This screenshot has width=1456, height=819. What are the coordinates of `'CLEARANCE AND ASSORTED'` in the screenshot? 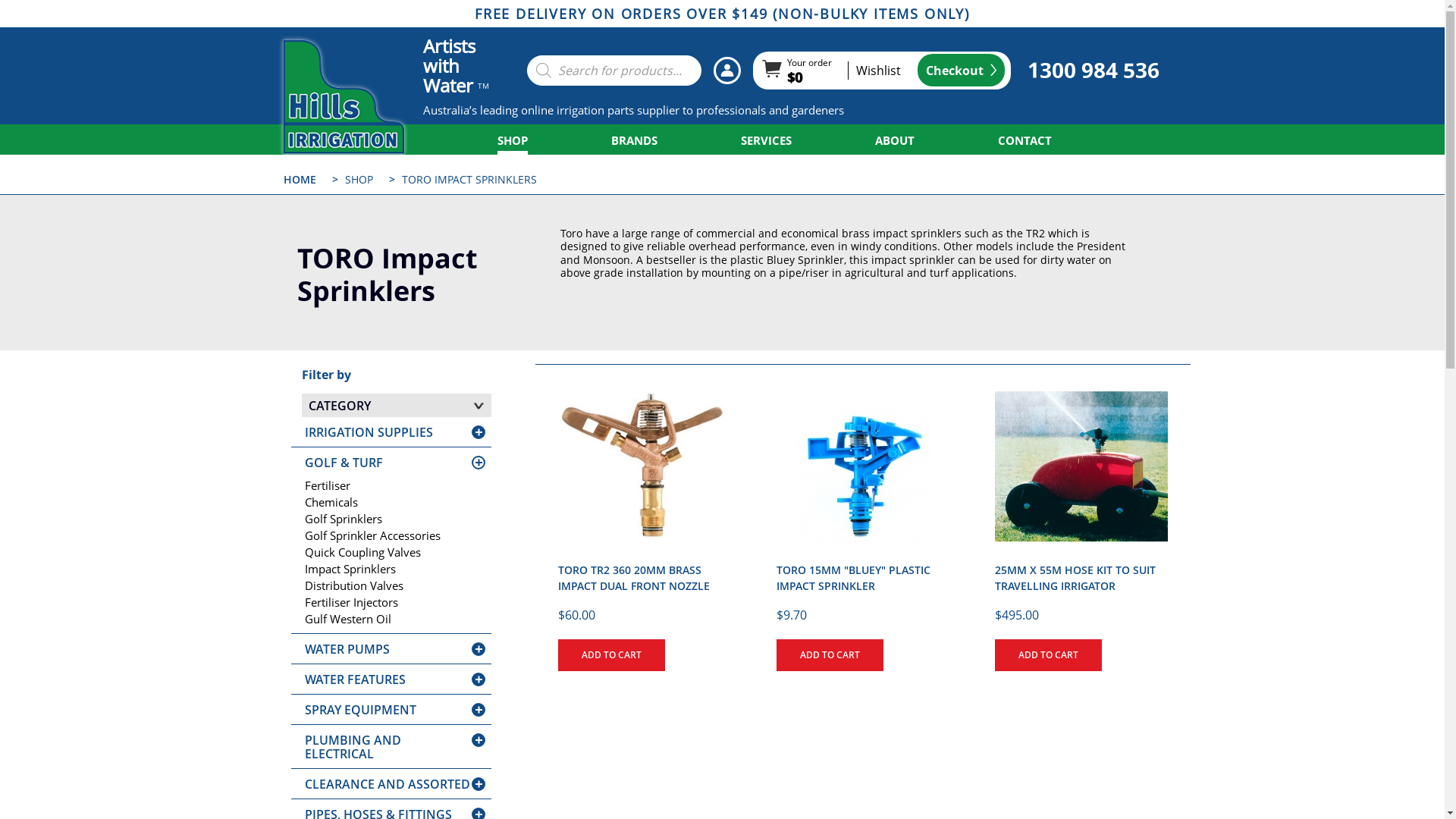 It's located at (387, 783).